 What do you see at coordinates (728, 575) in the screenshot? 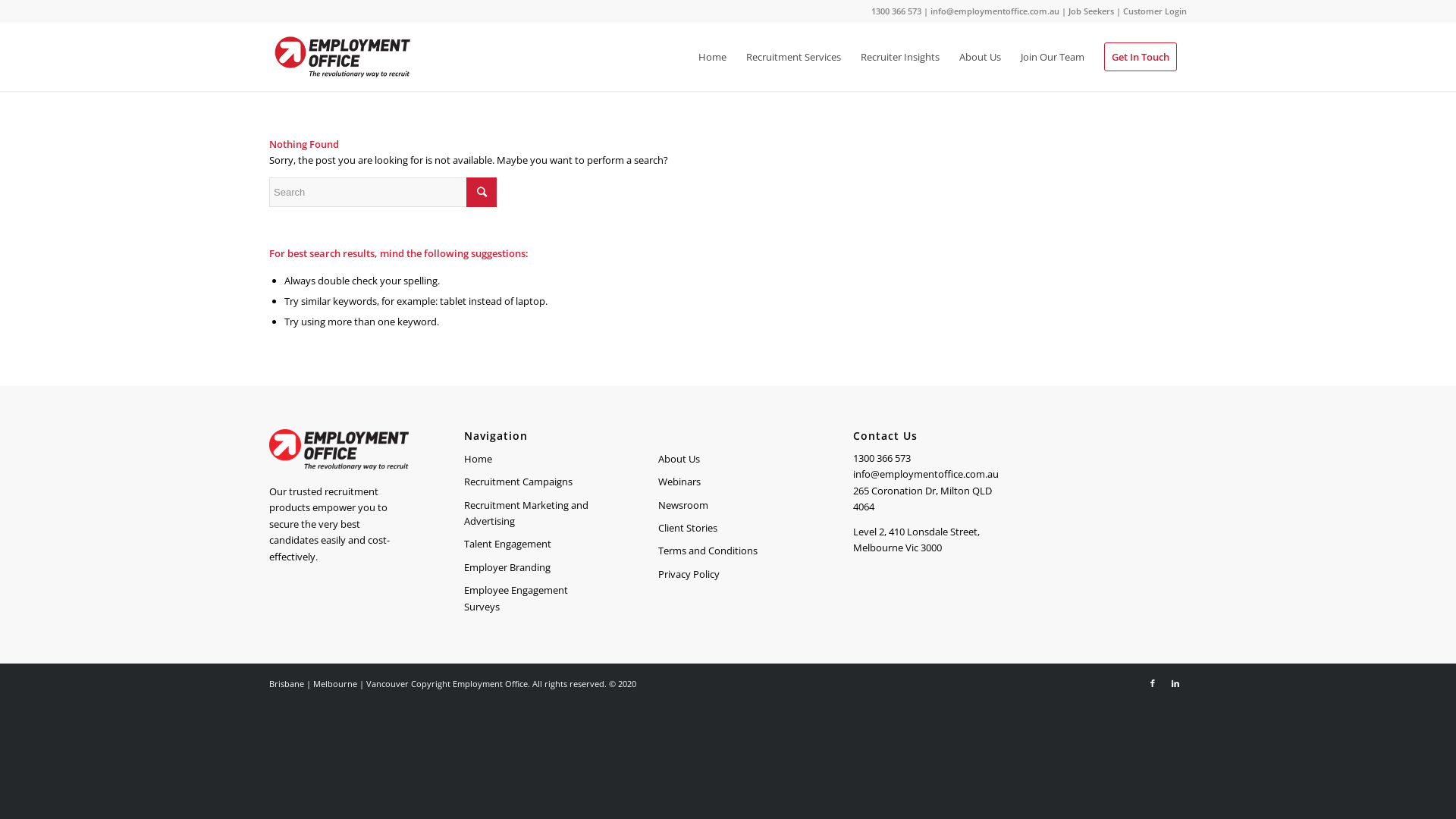
I see `'Privacy Policy'` at bounding box center [728, 575].